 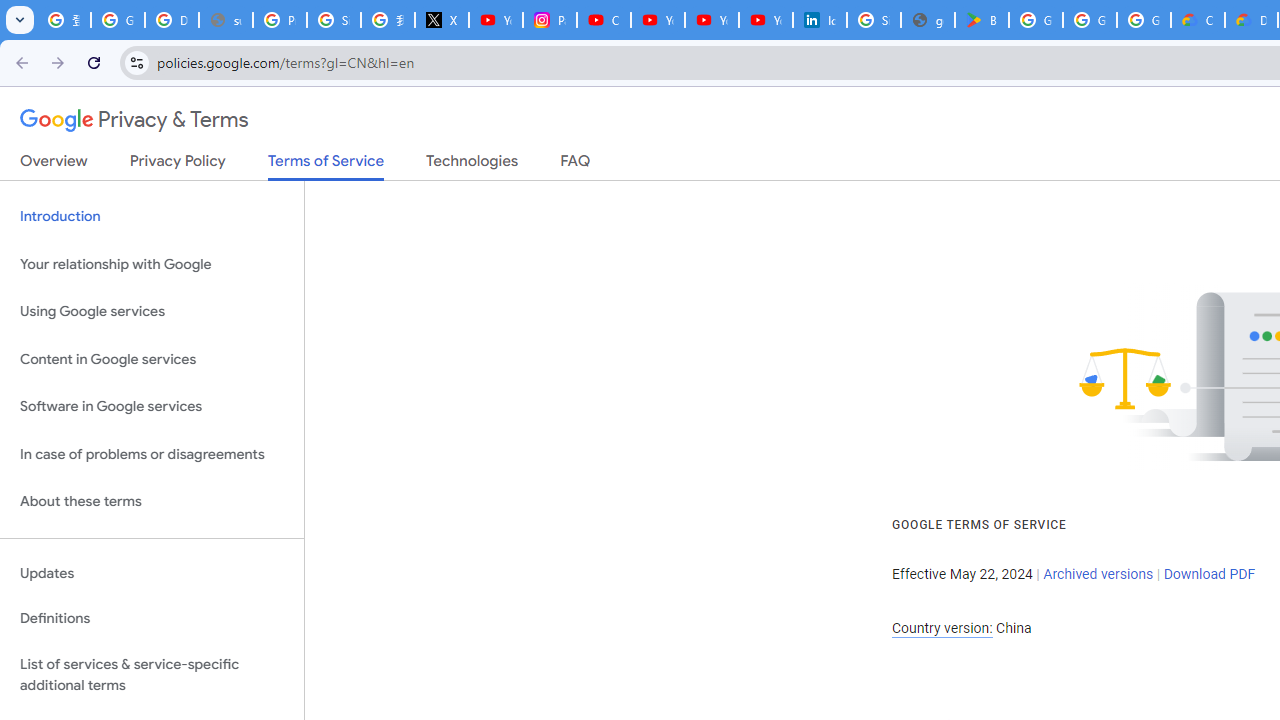 I want to click on 'Customer Care | Google Cloud', so click(x=1198, y=20).